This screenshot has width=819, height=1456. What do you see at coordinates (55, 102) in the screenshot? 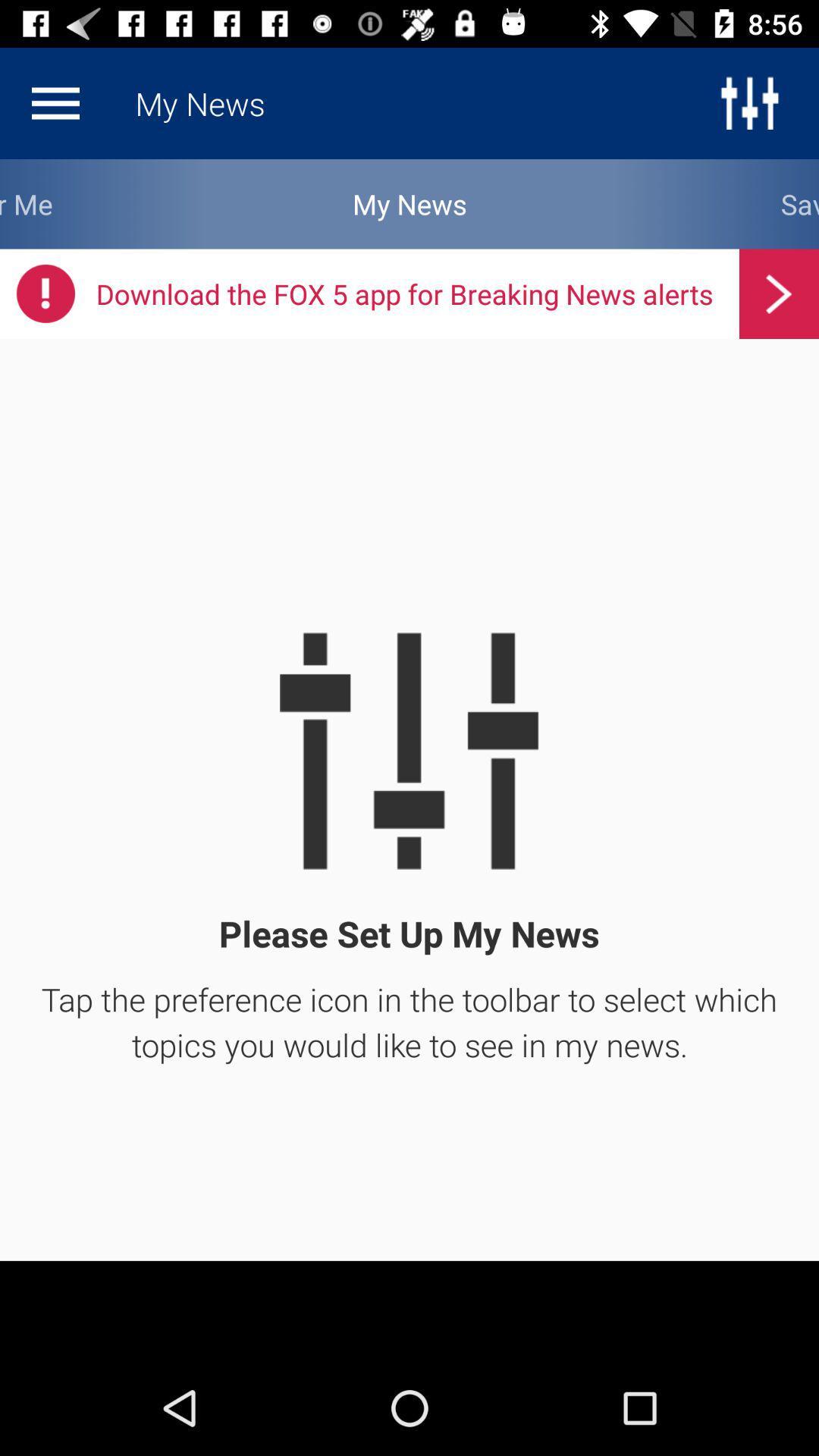
I see `the menu icon` at bounding box center [55, 102].